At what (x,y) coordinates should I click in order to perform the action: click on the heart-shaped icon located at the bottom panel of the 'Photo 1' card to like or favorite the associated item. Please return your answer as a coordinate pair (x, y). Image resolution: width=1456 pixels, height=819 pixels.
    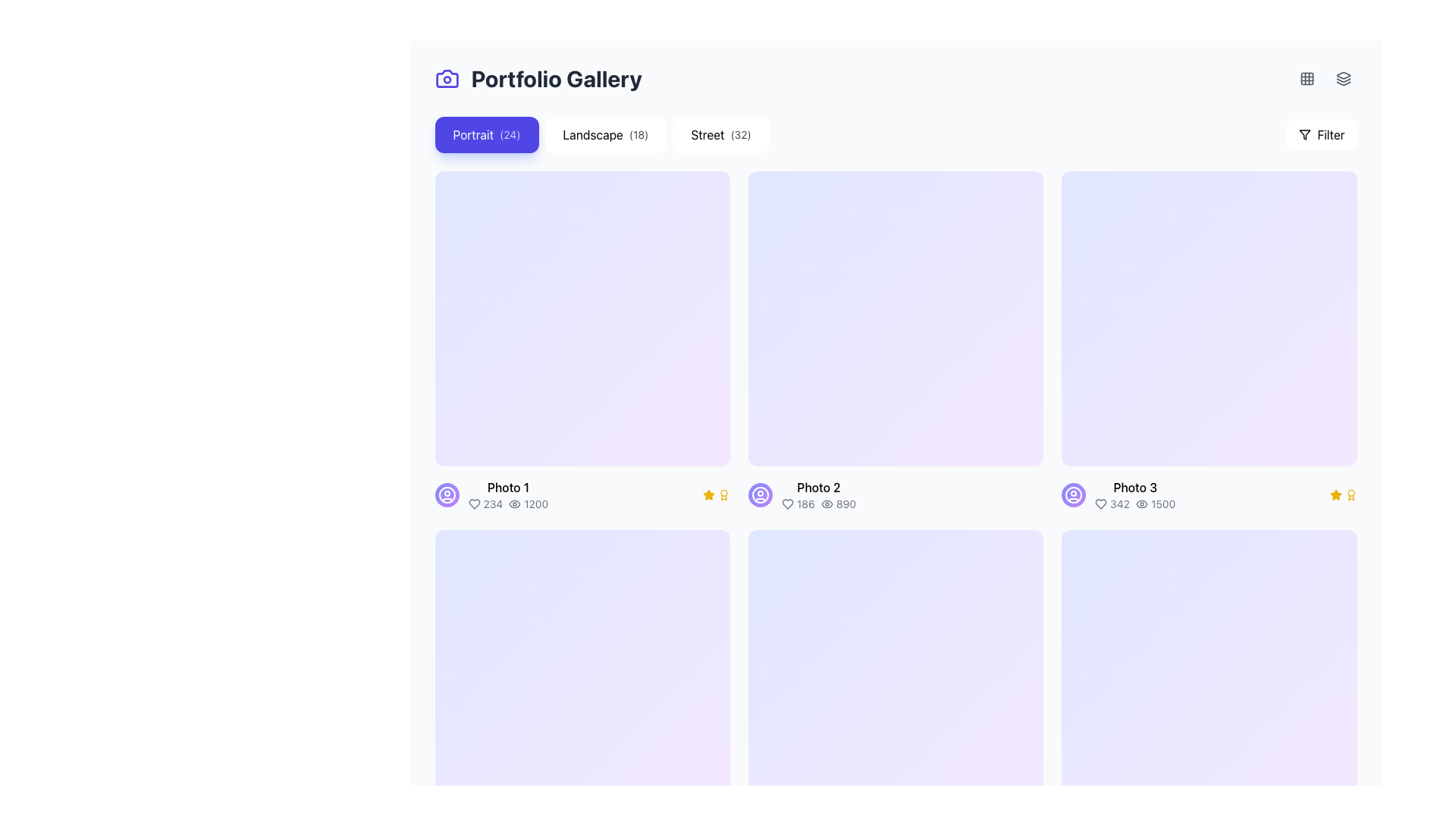
    Looking at the image, I should click on (473, 504).